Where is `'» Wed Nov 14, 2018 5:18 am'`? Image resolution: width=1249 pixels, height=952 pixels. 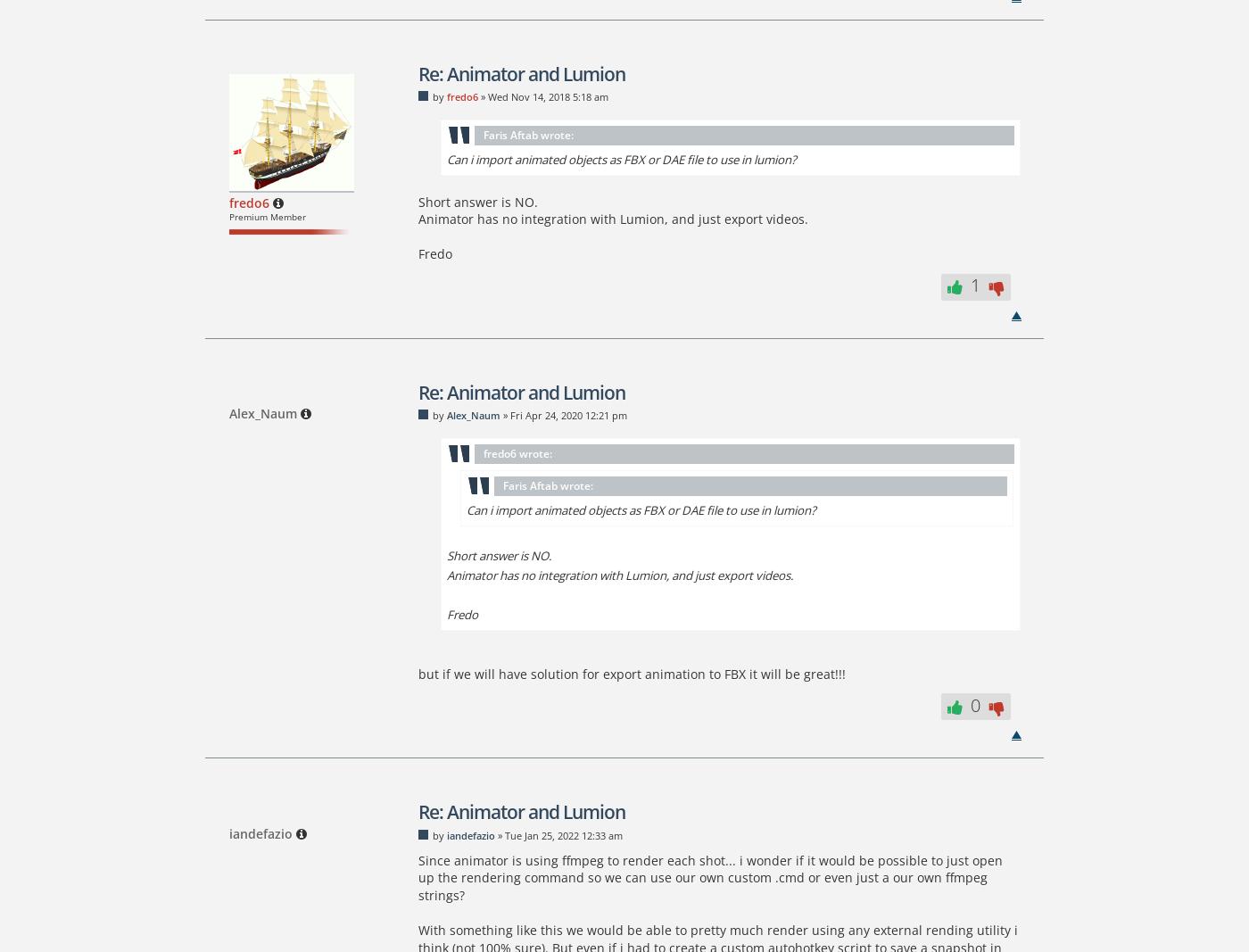
'» Wed Nov 14, 2018 5:18 am' is located at coordinates (476, 95).